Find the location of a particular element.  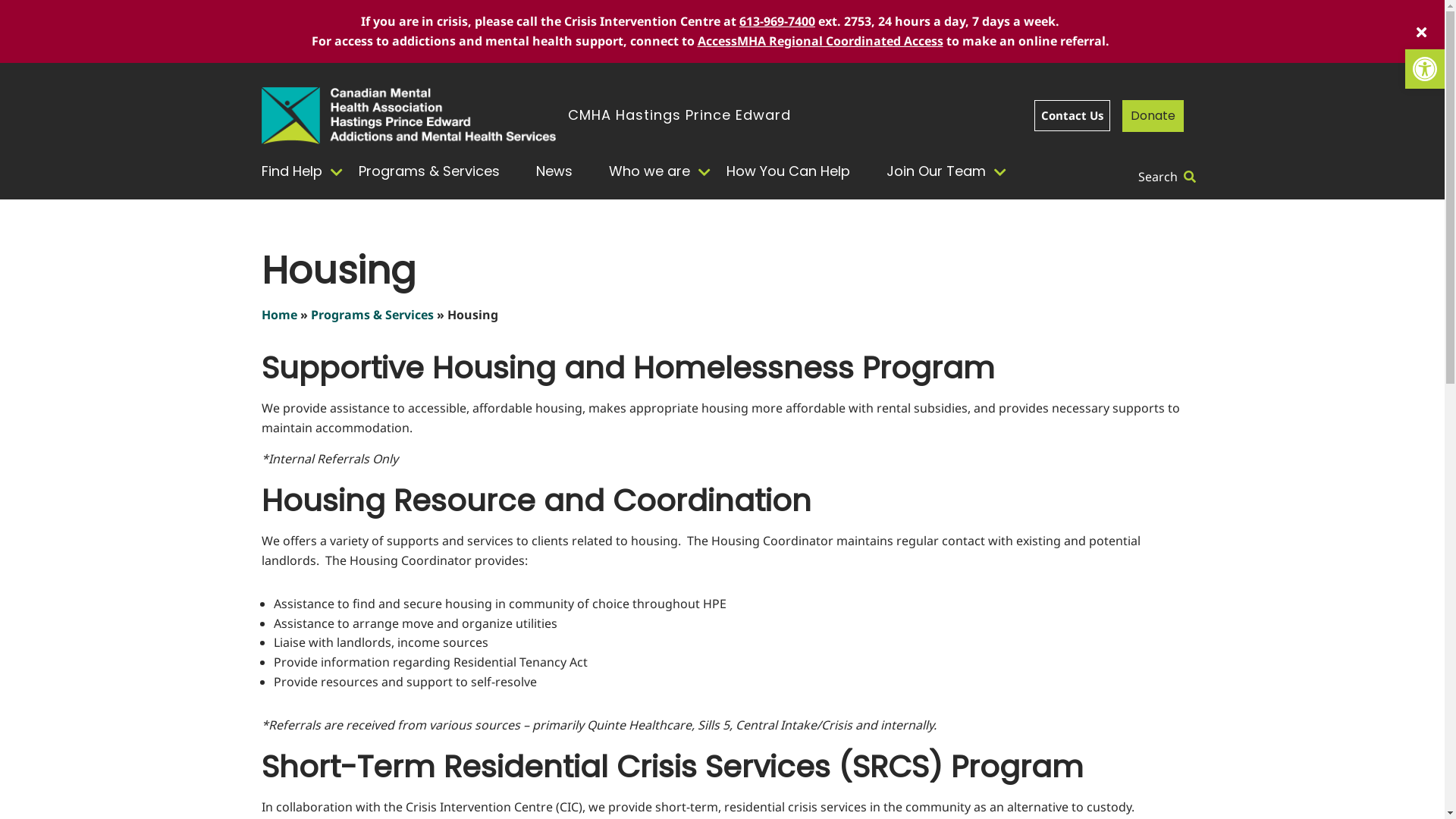

'613-969-7400' is located at coordinates (739, 20).